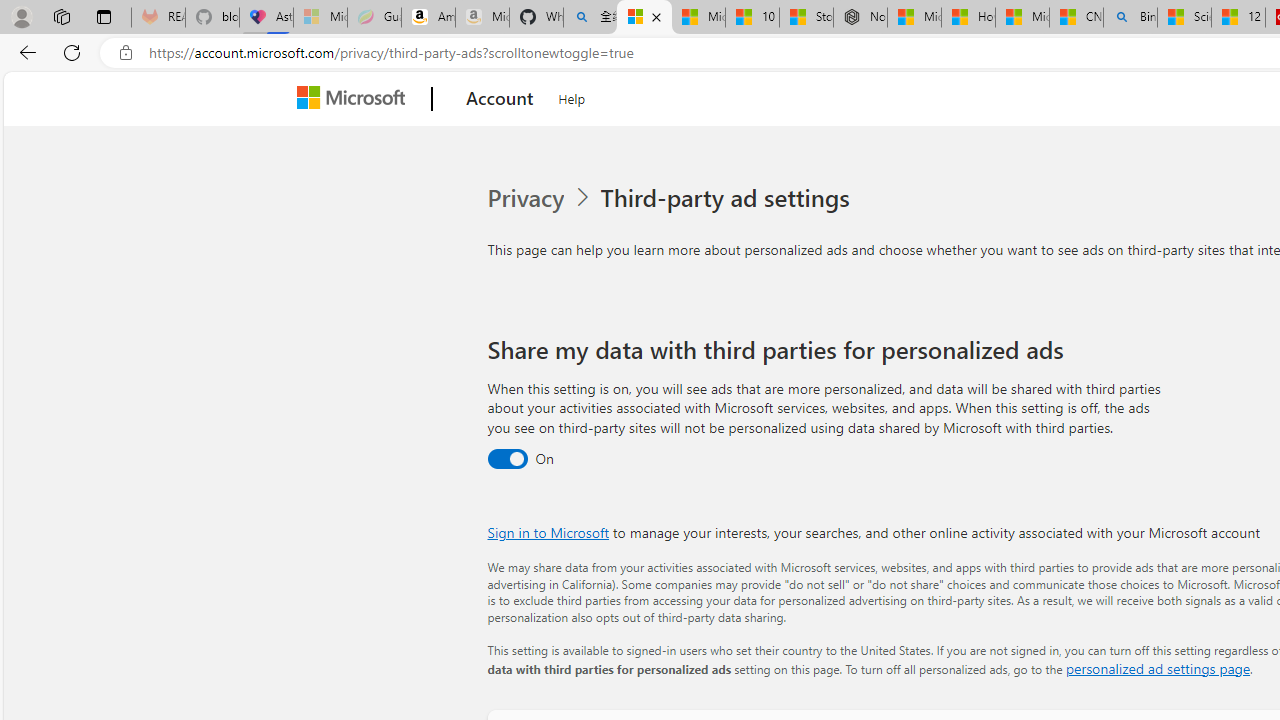  Describe the element at coordinates (571, 96) in the screenshot. I see `'Help'` at that location.